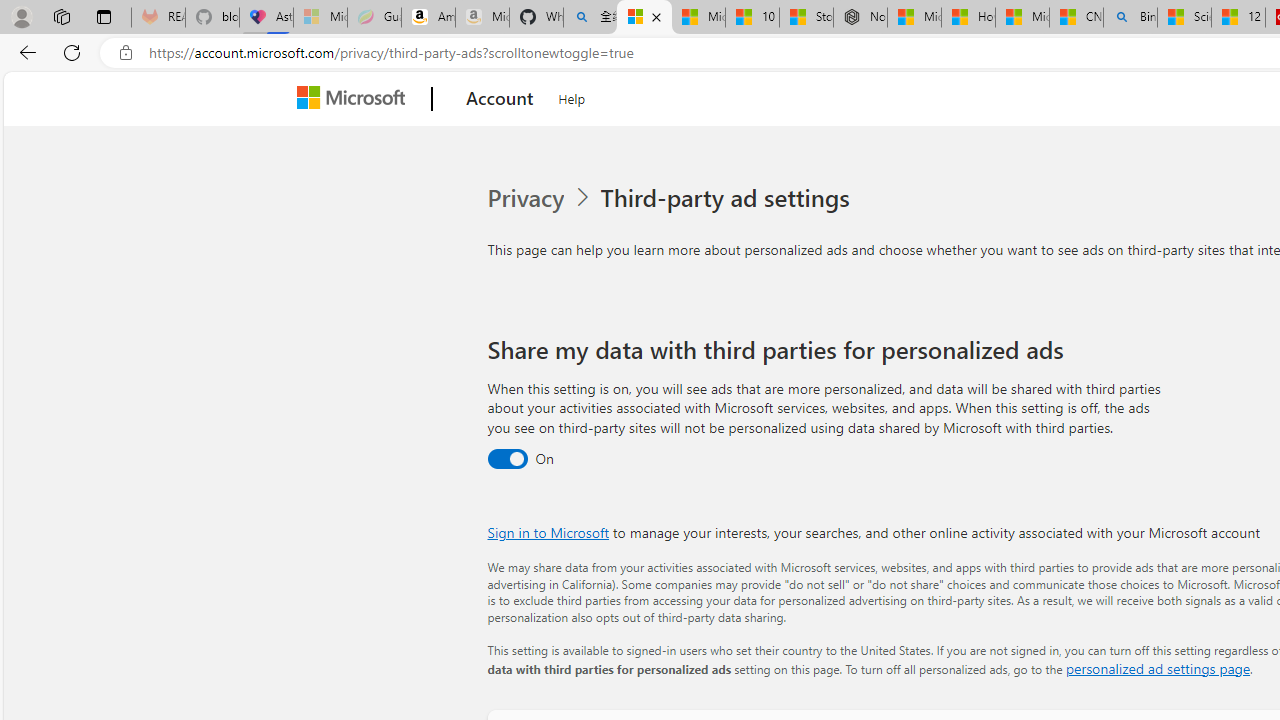  Describe the element at coordinates (571, 96) in the screenshot. I see `'Help'` at that location.